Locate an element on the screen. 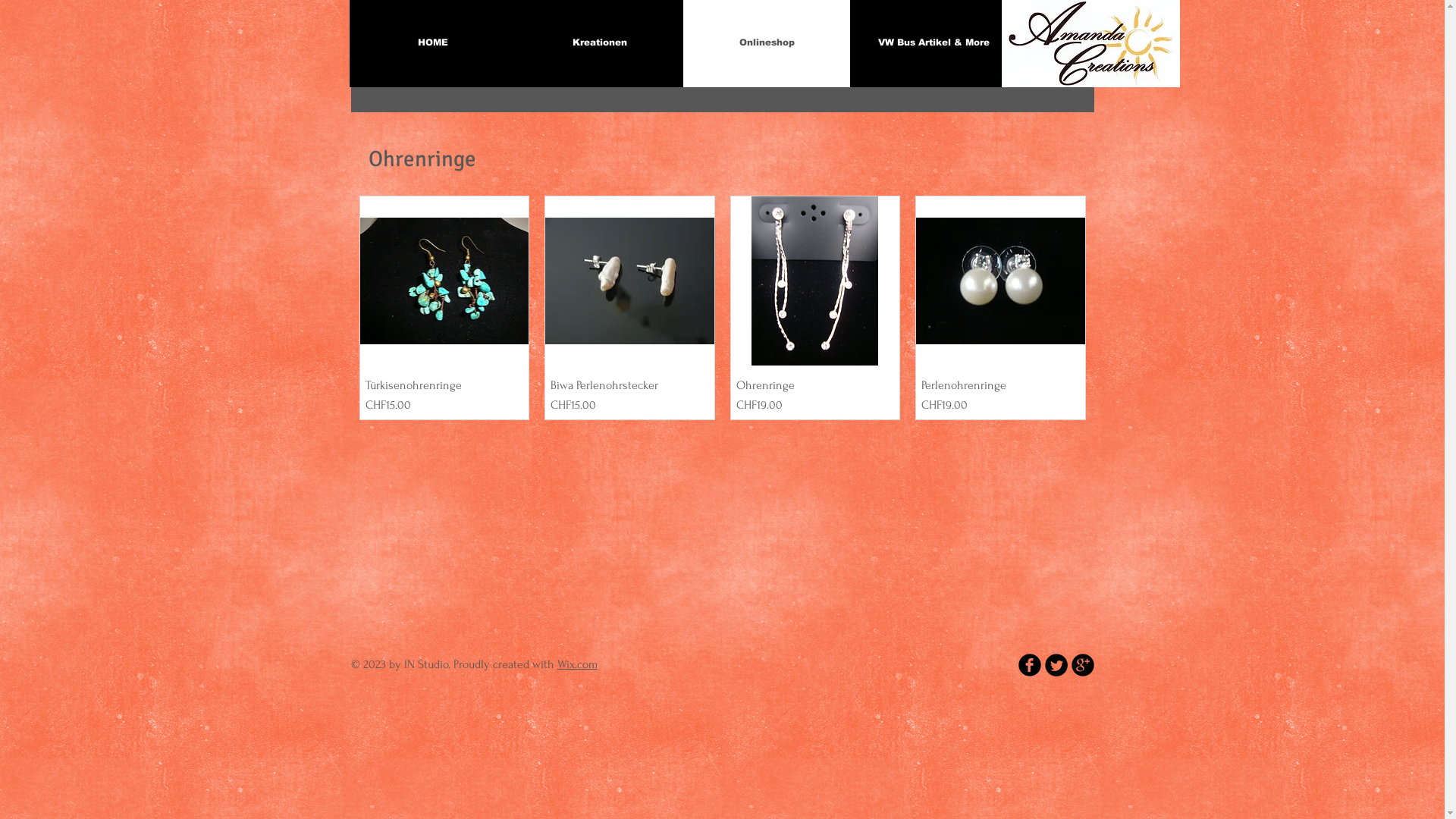 Image resolution: width=1456 pixels, height=819 pixels. 'Perlenohrenringe is located at coordinates (1000, 395).